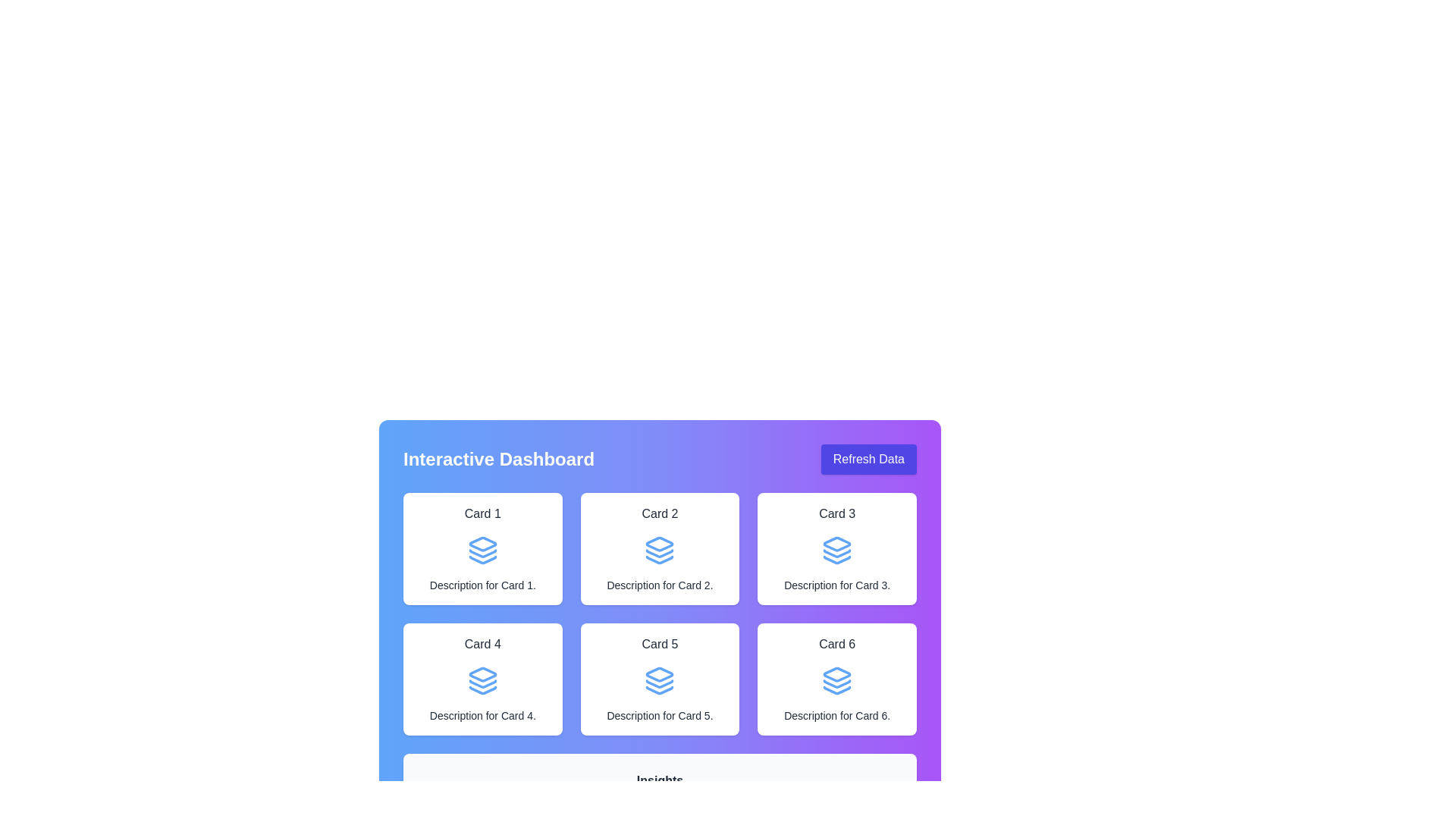  I want to click on the 'Card 3' text label located at the top of the third card in the first row of the grid under 'Interactive Dashboard', so click(836, 513).